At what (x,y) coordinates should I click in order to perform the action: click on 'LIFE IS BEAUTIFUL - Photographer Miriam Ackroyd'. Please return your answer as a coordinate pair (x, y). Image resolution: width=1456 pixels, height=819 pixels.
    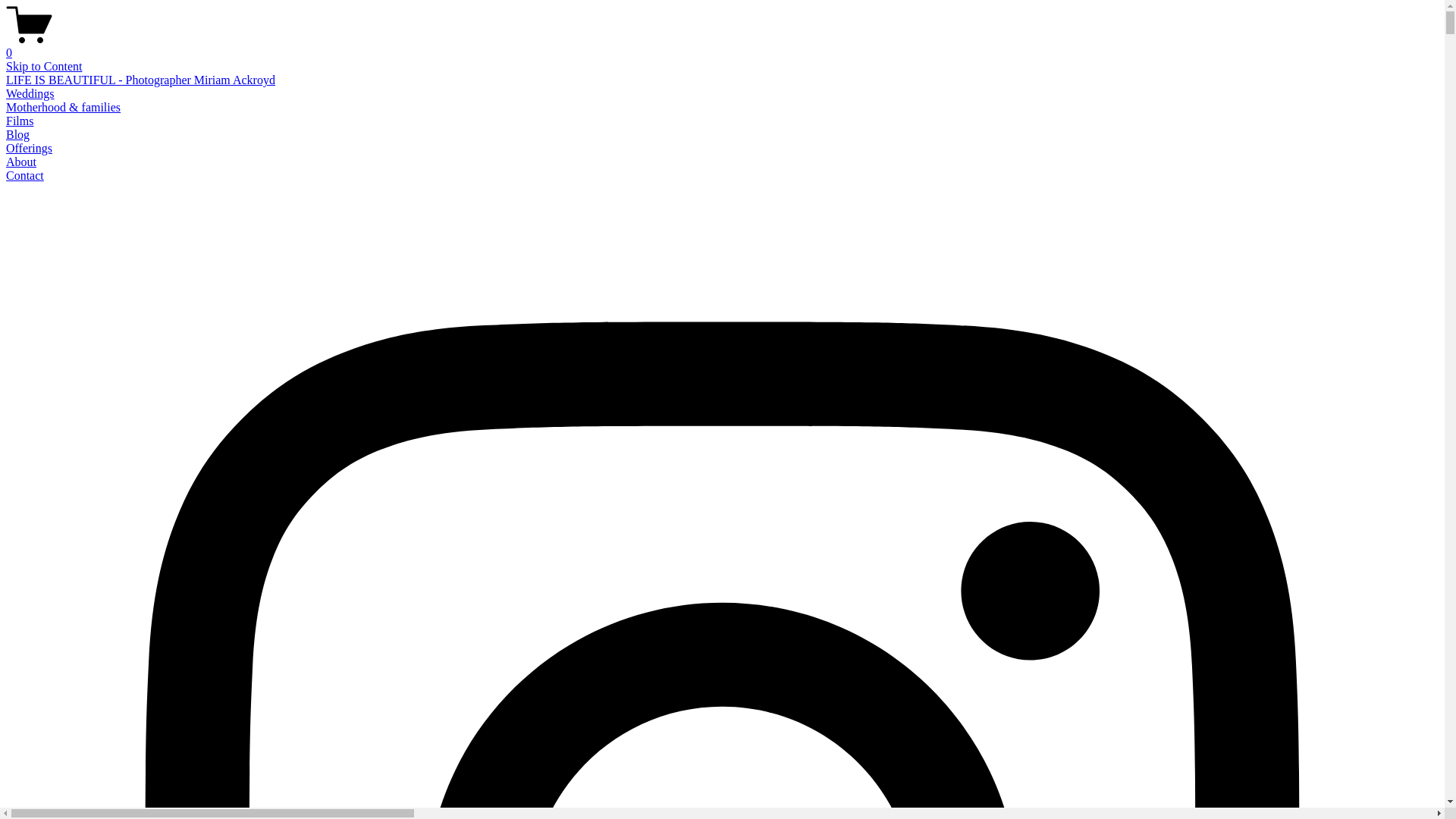
    Looking at the image, I should click on (140, 80).